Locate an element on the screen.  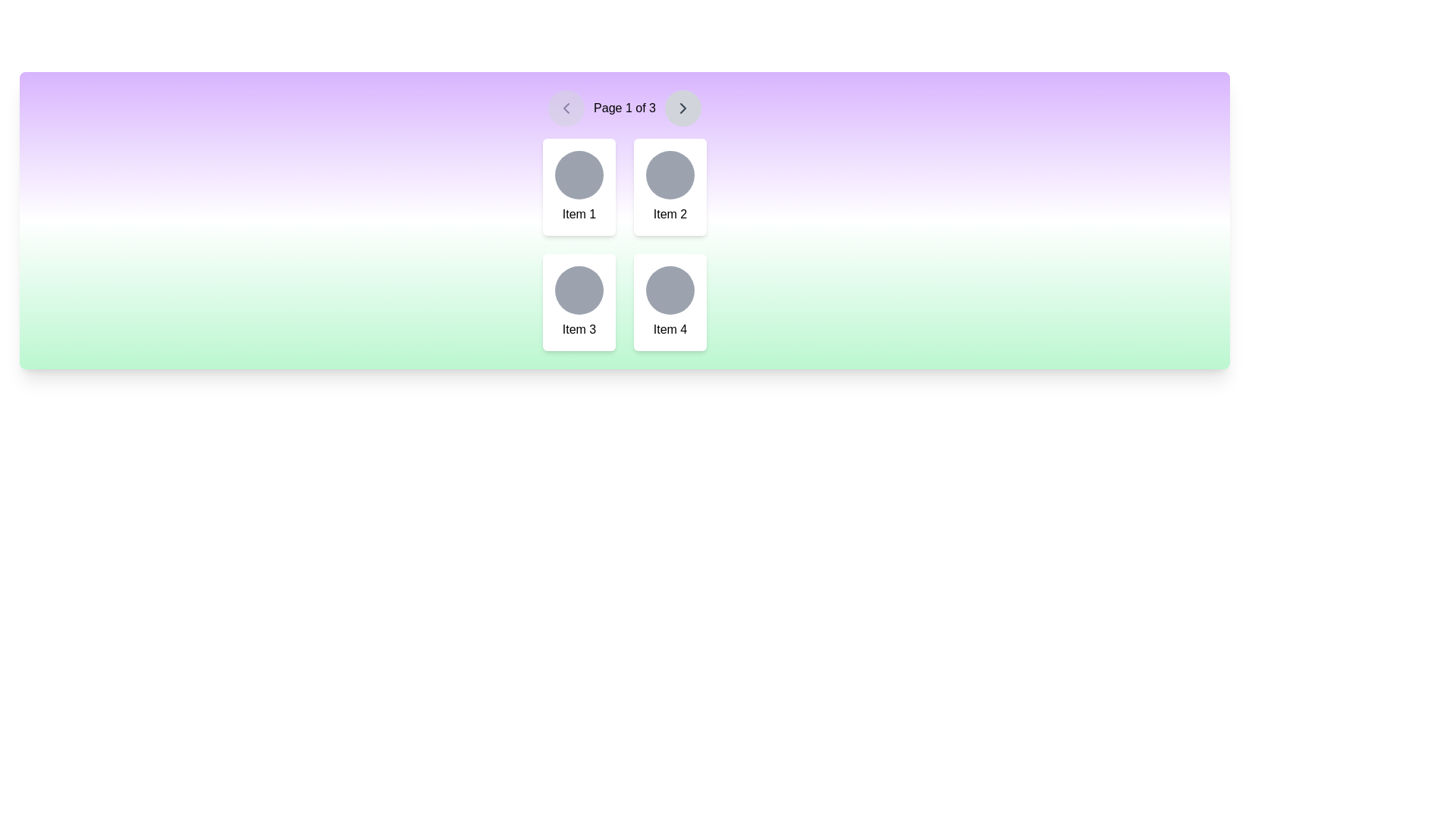
the pagination icon located at the top-right region of the page navigation section, next to the text 'Page 1 of 3', to observe any hover effects is located at coordinates (682, 107).